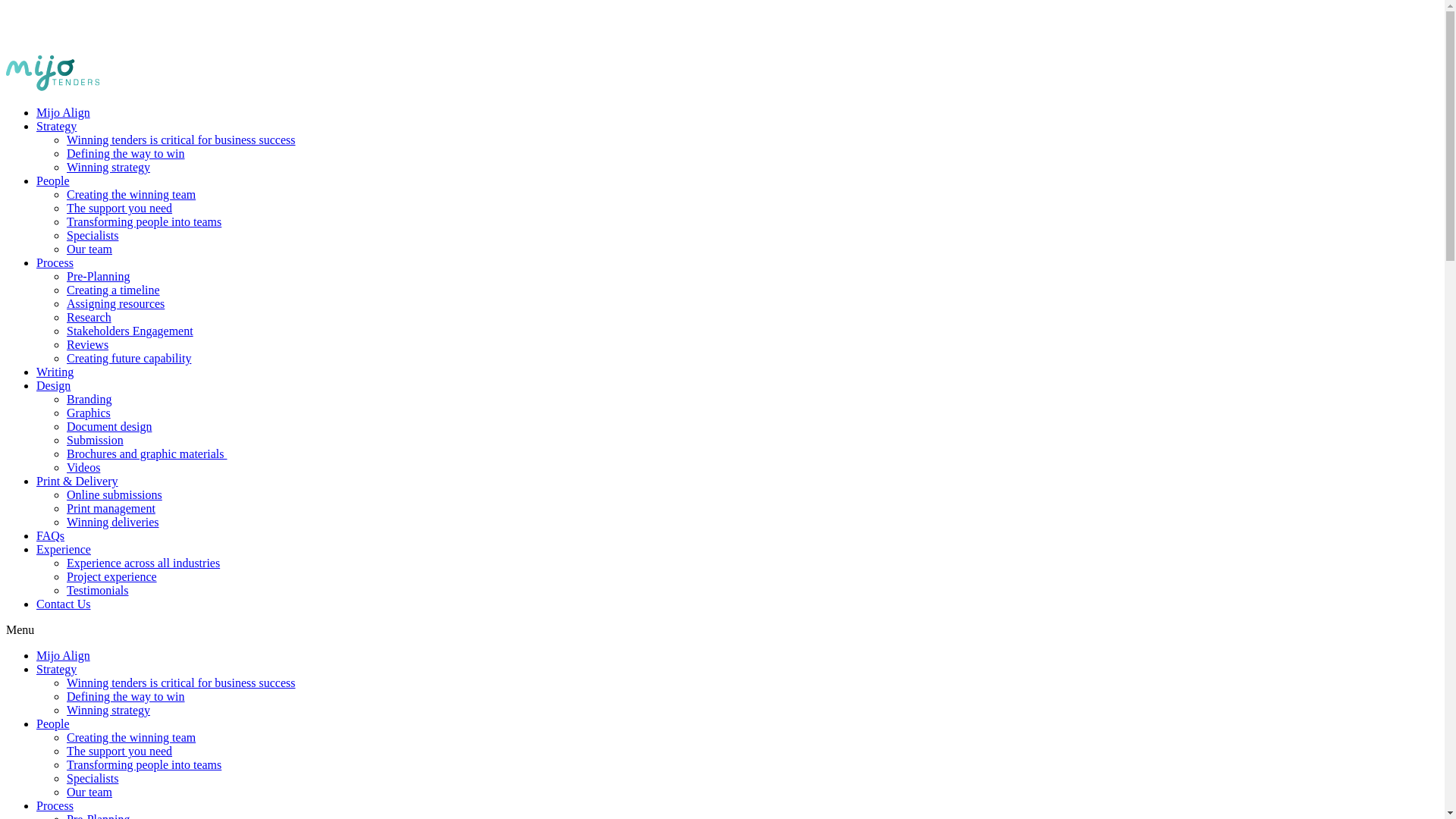 This screenshot has height=819, width=1456. Describe the element at coordinates (36, 535) in the screenshot. I see `'FAQs'` at that location.